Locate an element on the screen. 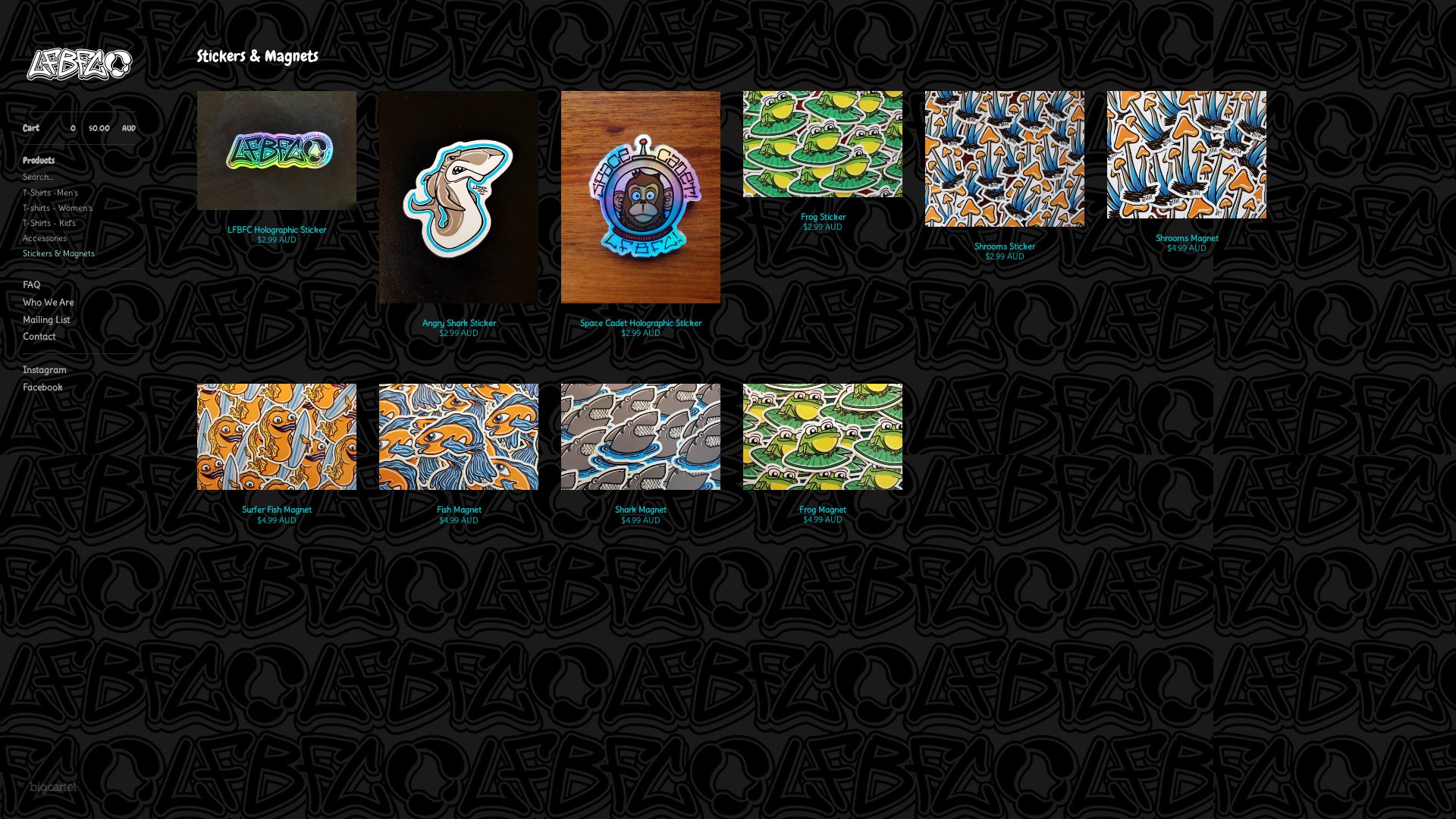 This screenshot has width=1456, height=819. 'Angry Shark Sticker is located at coordinates (457, 225).